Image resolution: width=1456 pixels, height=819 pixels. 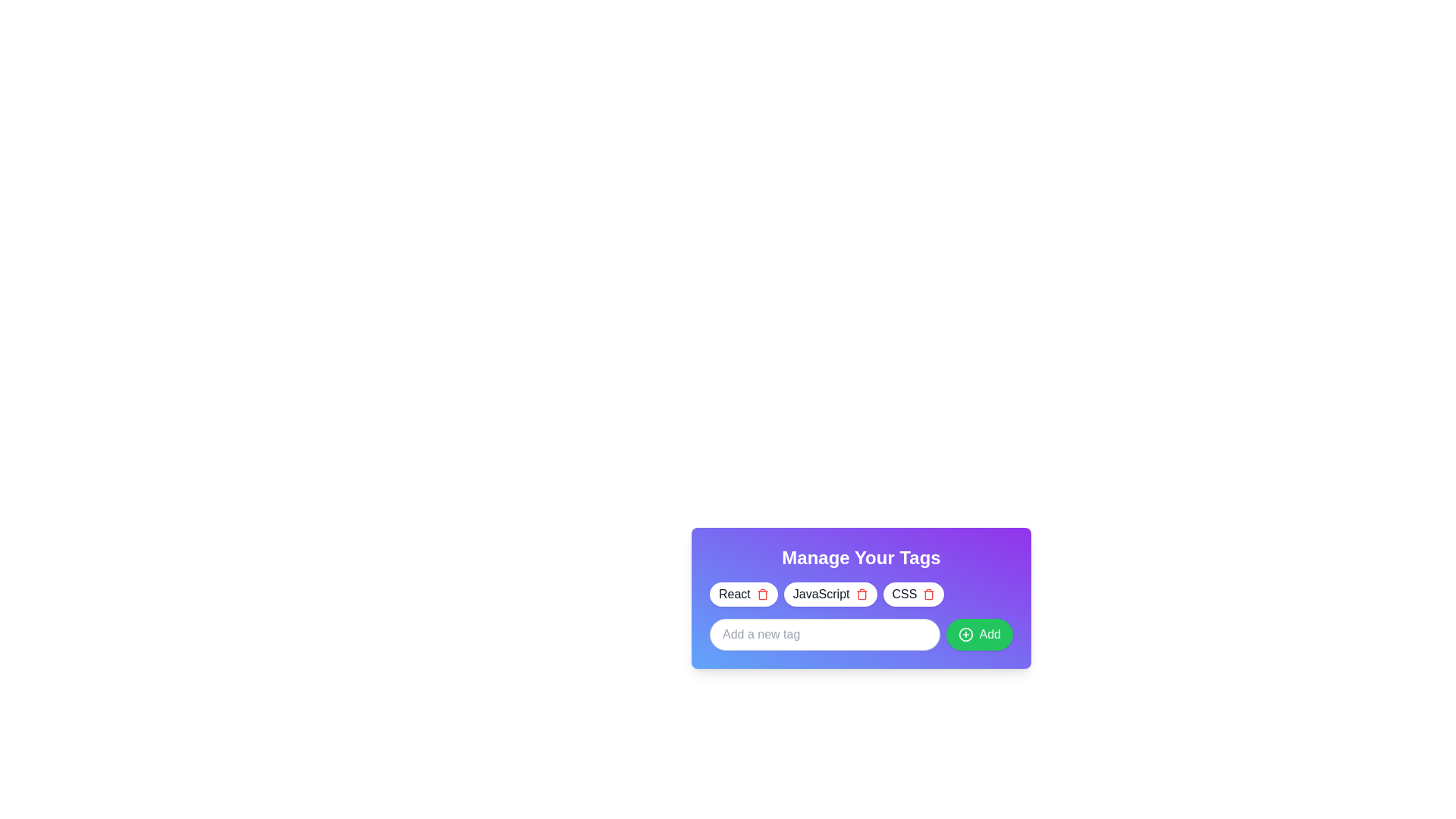 What do you see at coordinates (743, 593) in the screenshot?
I see `the 'React' tag component, which includes an interactive delete icon, positioned as the first tag in the horizontal list under 'Manage Your Tags'` at bounding box center [743, 593].